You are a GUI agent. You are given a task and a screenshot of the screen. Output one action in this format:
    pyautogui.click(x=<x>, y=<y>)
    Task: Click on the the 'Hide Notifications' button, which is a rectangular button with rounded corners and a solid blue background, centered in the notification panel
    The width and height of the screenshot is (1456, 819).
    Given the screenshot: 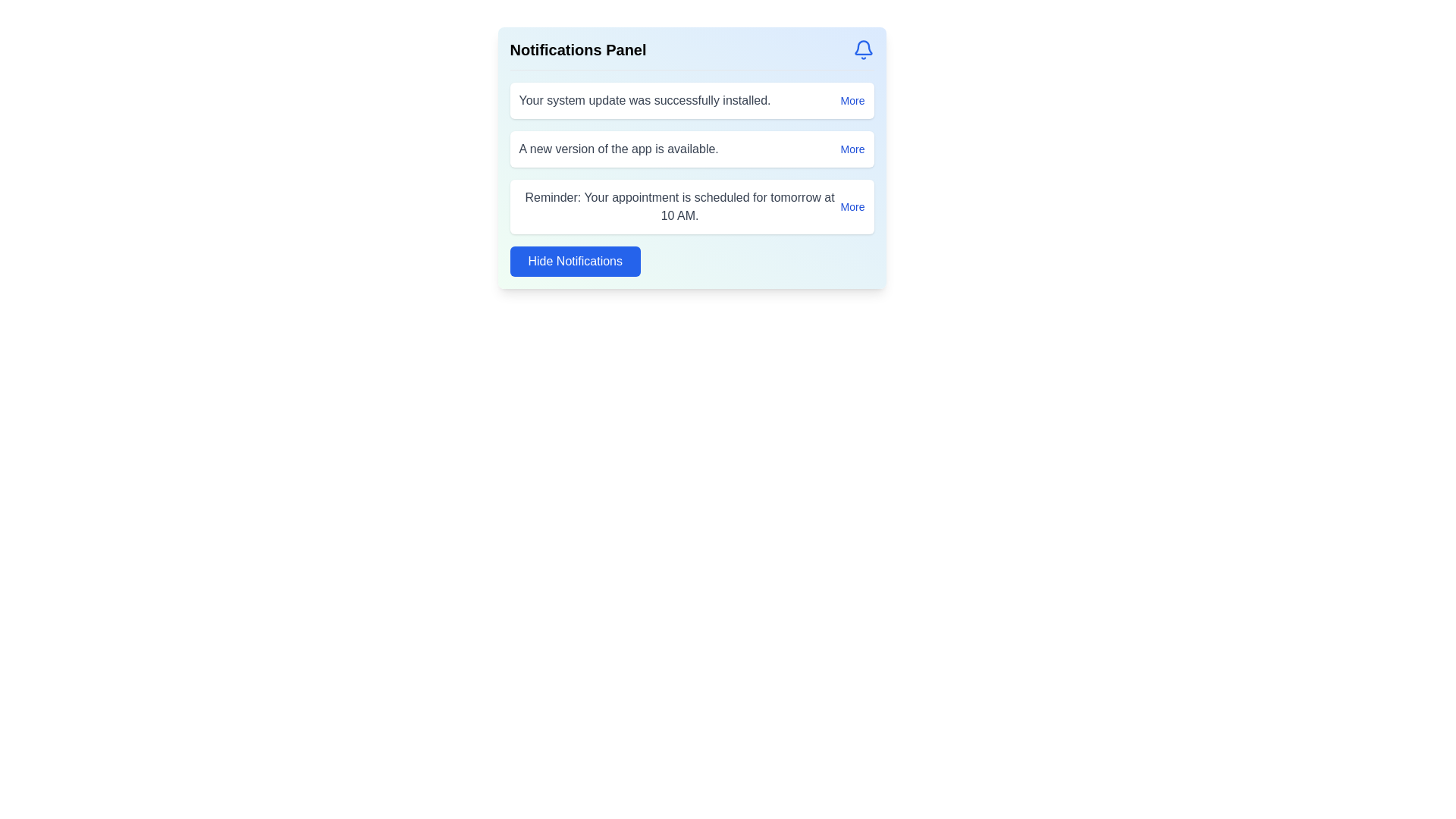 What is the action you would take?
    pyautogui.click(x=574, y=260)
    